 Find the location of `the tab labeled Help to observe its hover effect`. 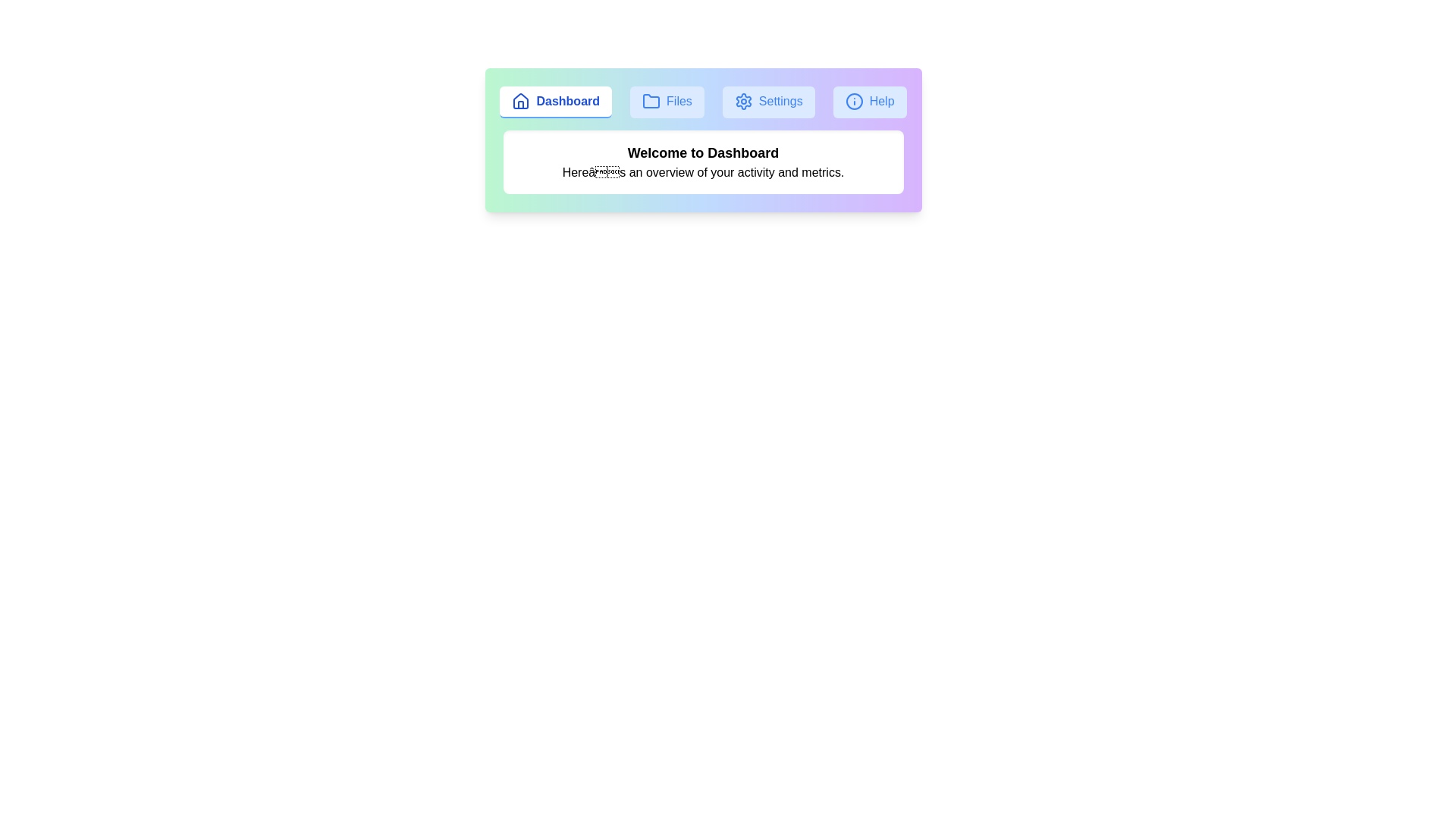

the tab labeled Help to observe its hover effect is located at coordinates (870, 102).